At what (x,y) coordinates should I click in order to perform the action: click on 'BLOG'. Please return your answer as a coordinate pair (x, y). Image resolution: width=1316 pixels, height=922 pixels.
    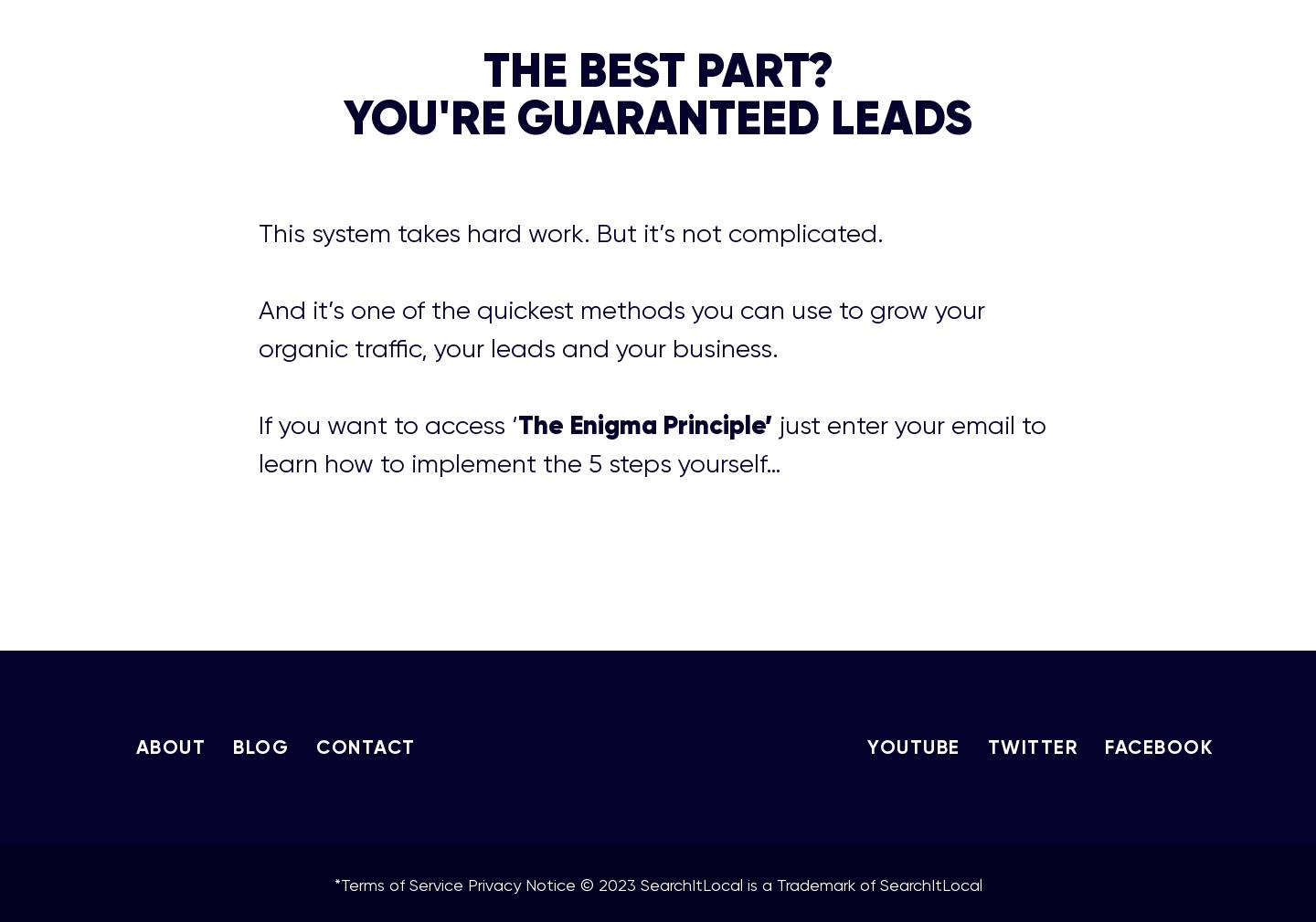
    Looking at the image, I should click on (260, 746).